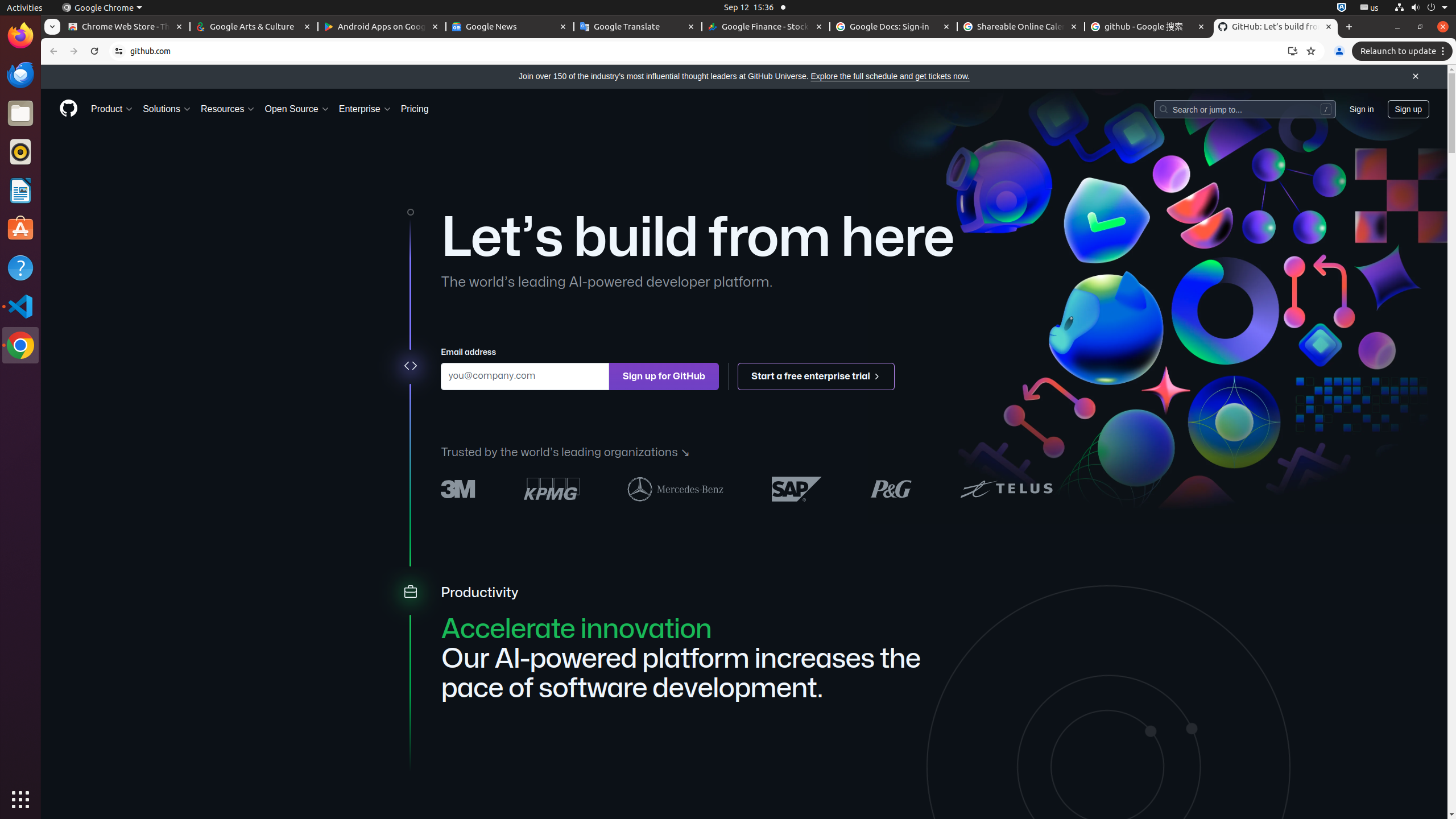  I want to click on 'Sign up for GitHub', so click(663, 375).